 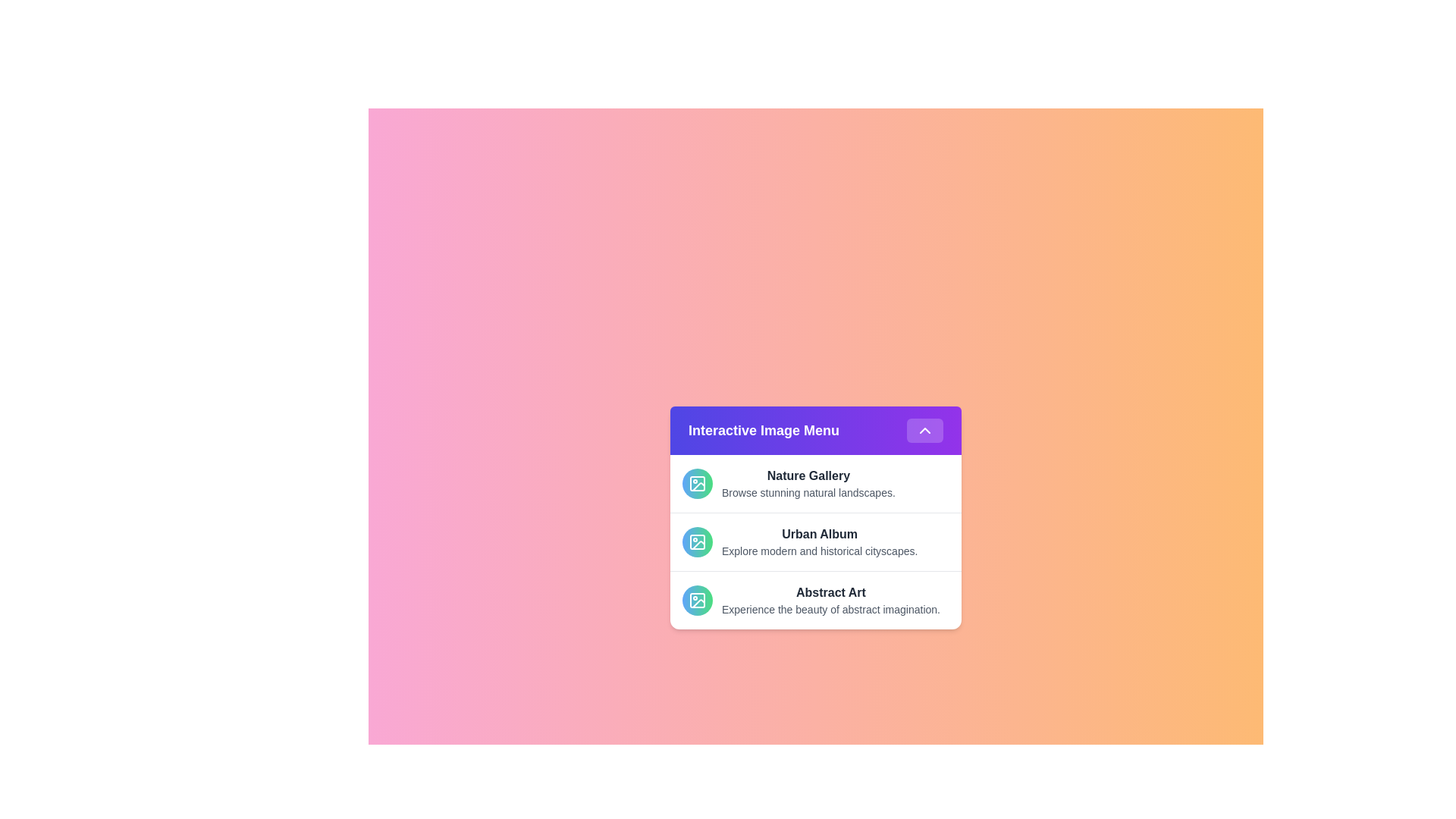 I want to click on the icon of the Abstract Art menu item, so click(x=697, y=599).